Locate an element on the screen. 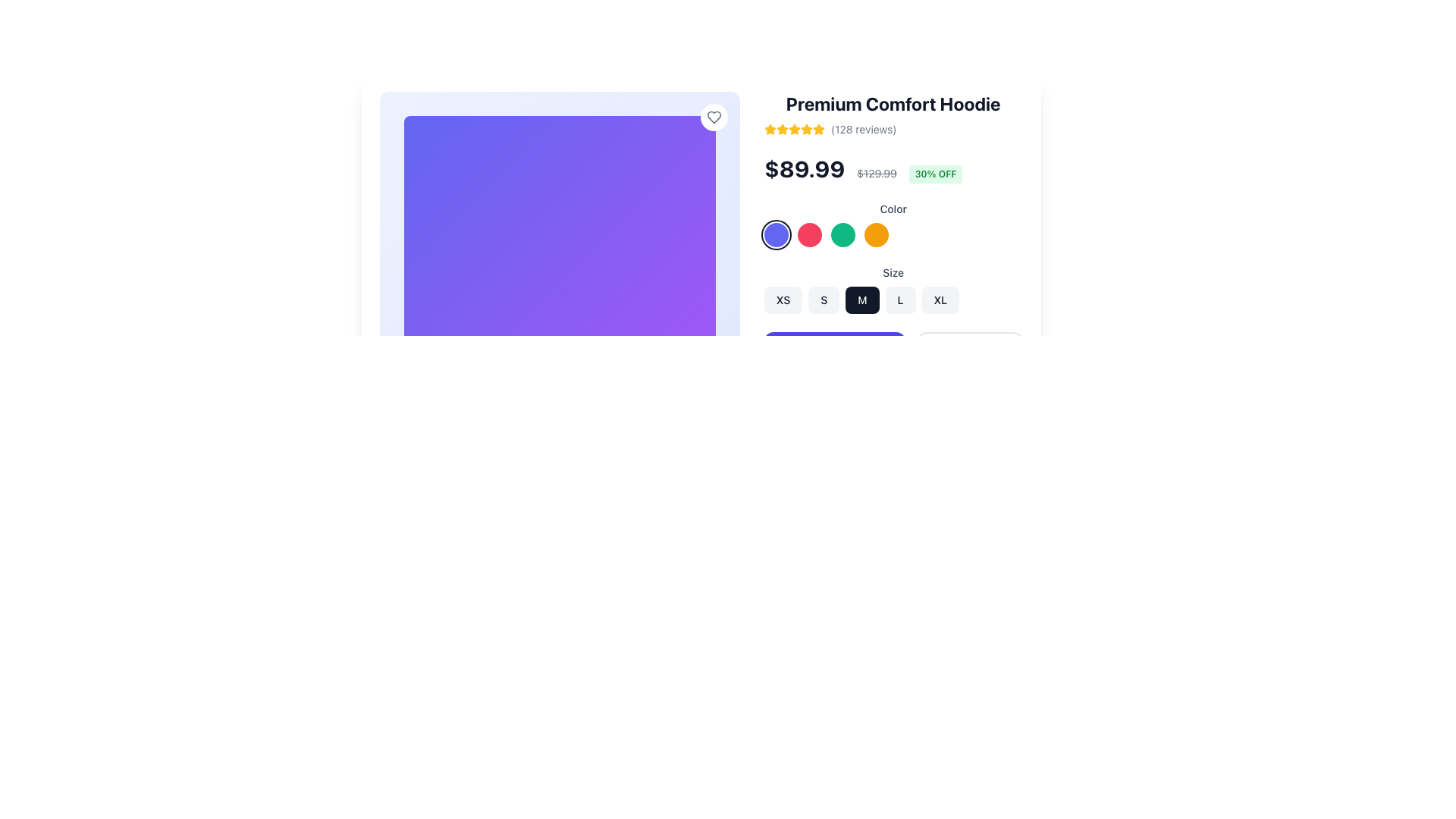 The height and width of the screenshot is (819, 1456). the heart-shaped icon located in the top-right corner of the product image panel is located at coordinates (713, 116).